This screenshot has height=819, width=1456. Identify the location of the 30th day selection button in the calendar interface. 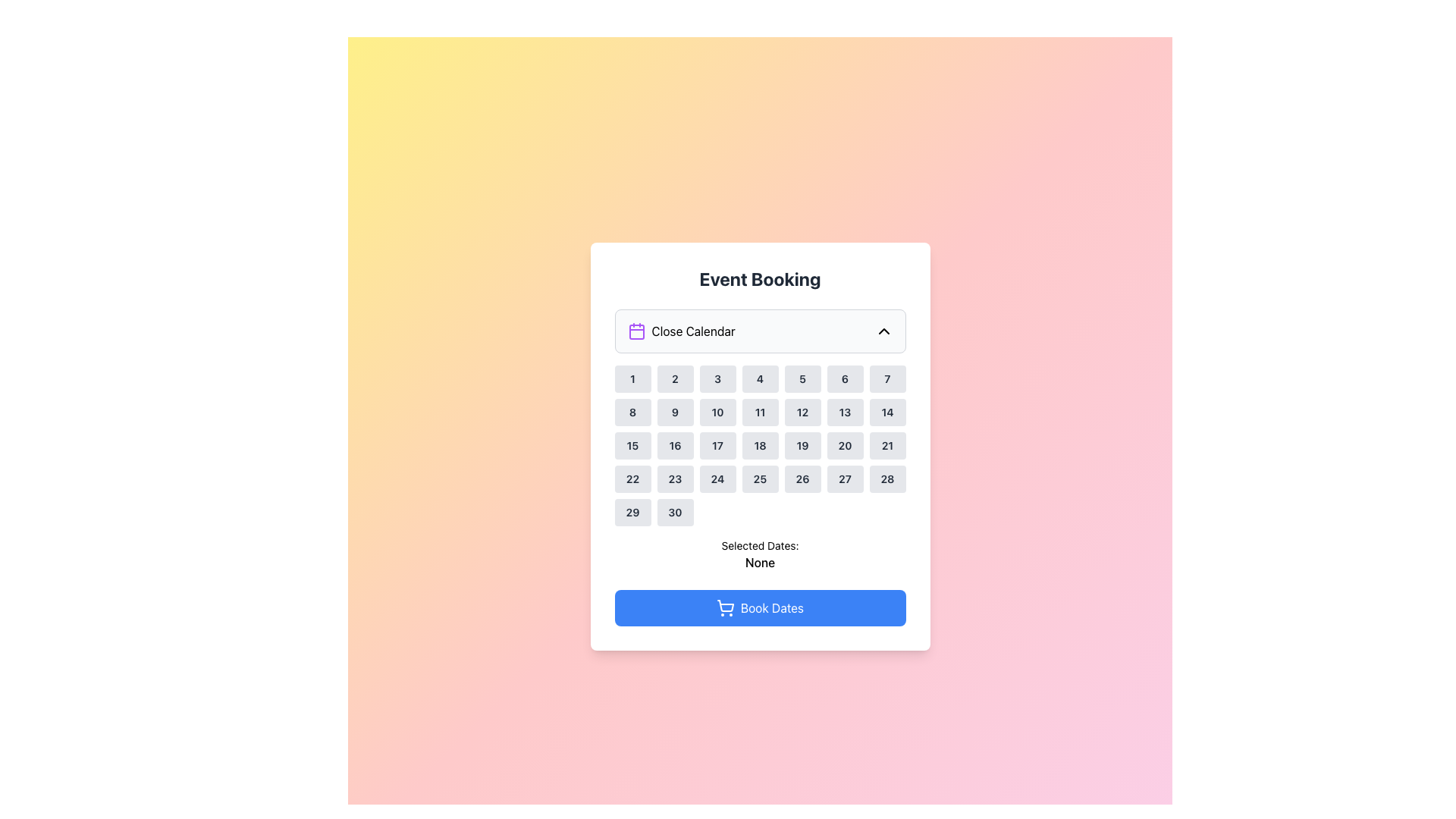
(674, 512).